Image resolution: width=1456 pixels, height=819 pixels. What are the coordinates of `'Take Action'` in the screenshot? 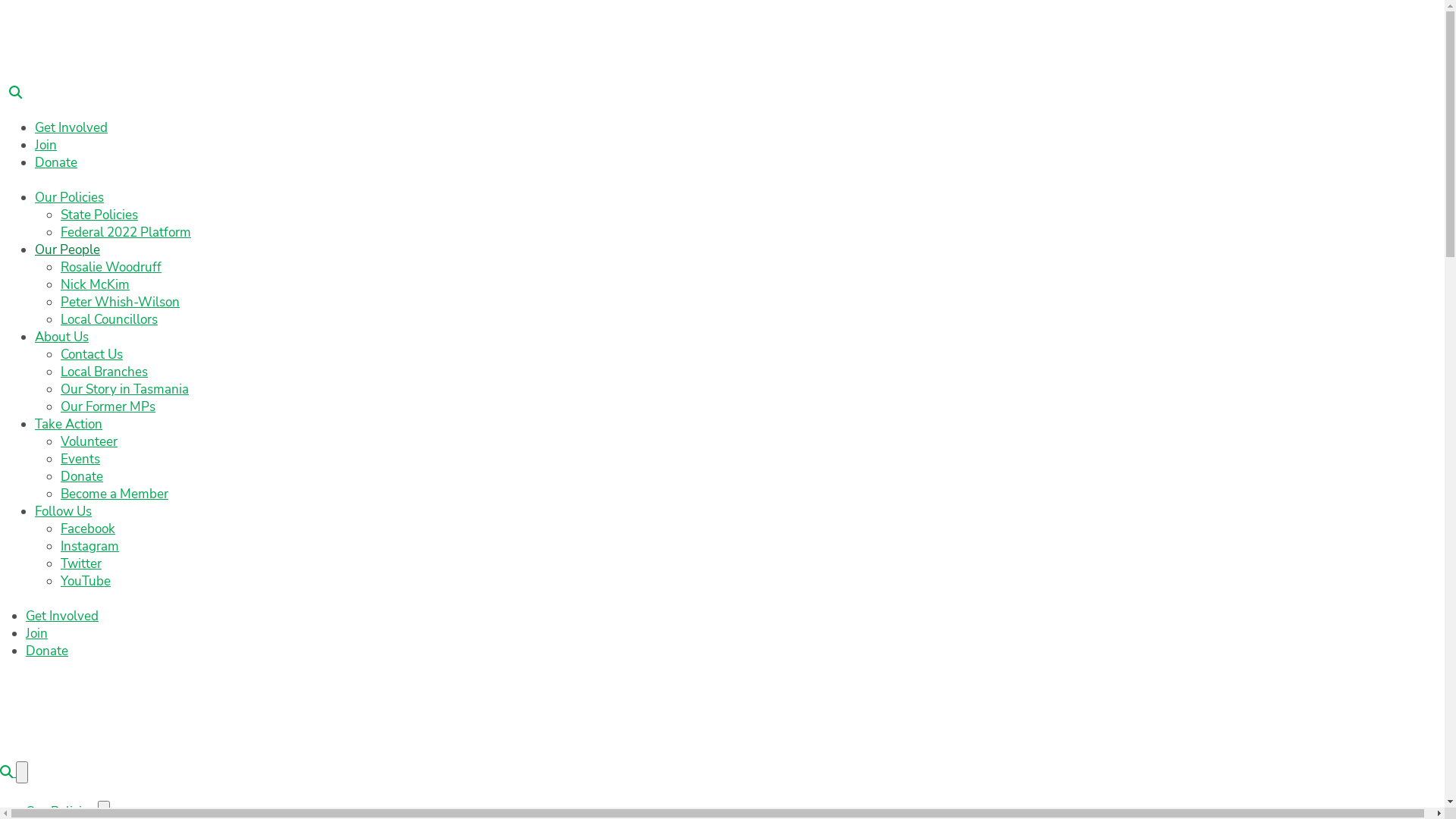 It's located at (35, 424).